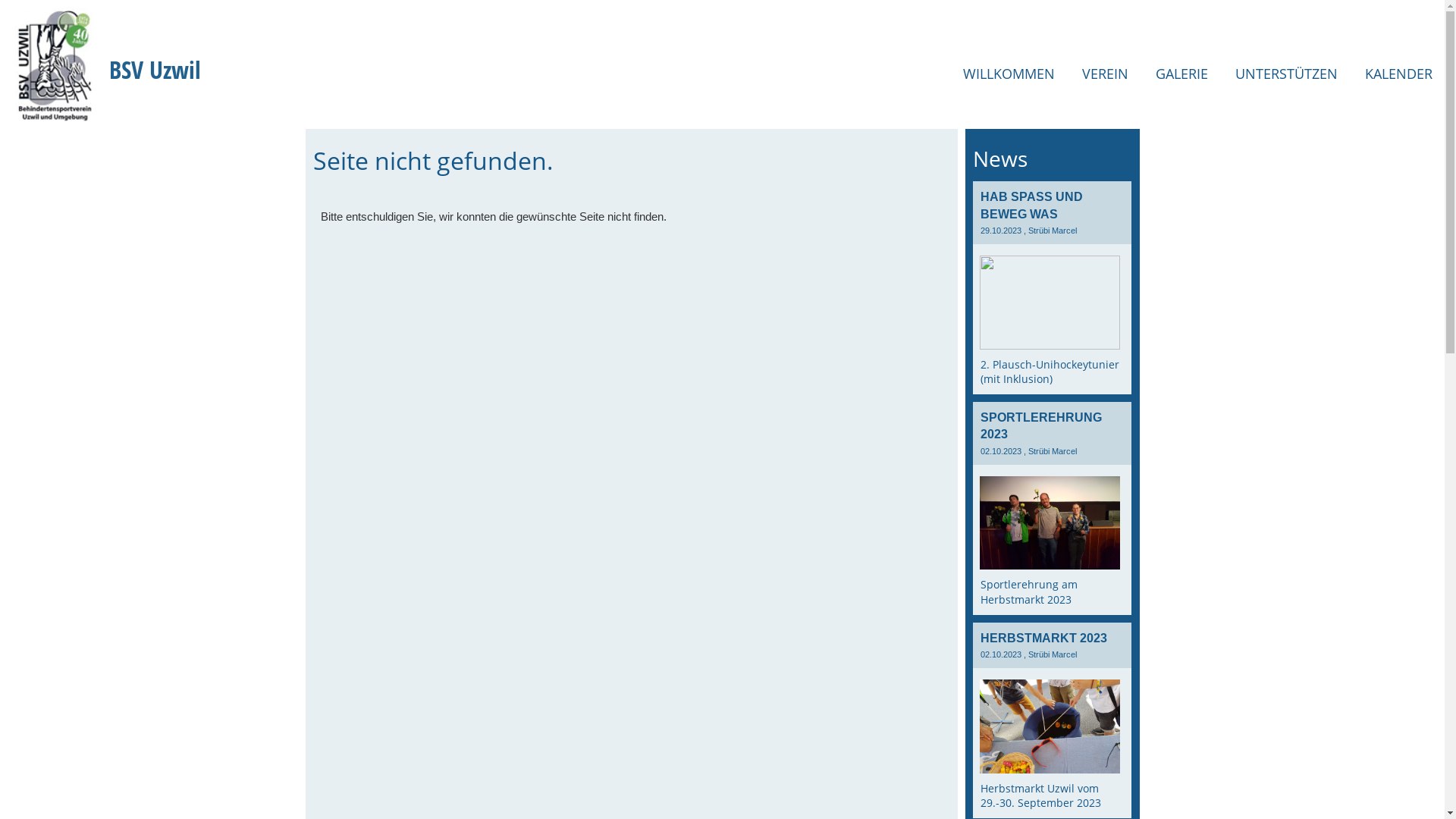 This screenshot has height=819, width=1456. What do you see at coordinates (1009, 74) in the screenshot?
I see `'WILLKOMMEN'` at bounding box center [1009, 74].